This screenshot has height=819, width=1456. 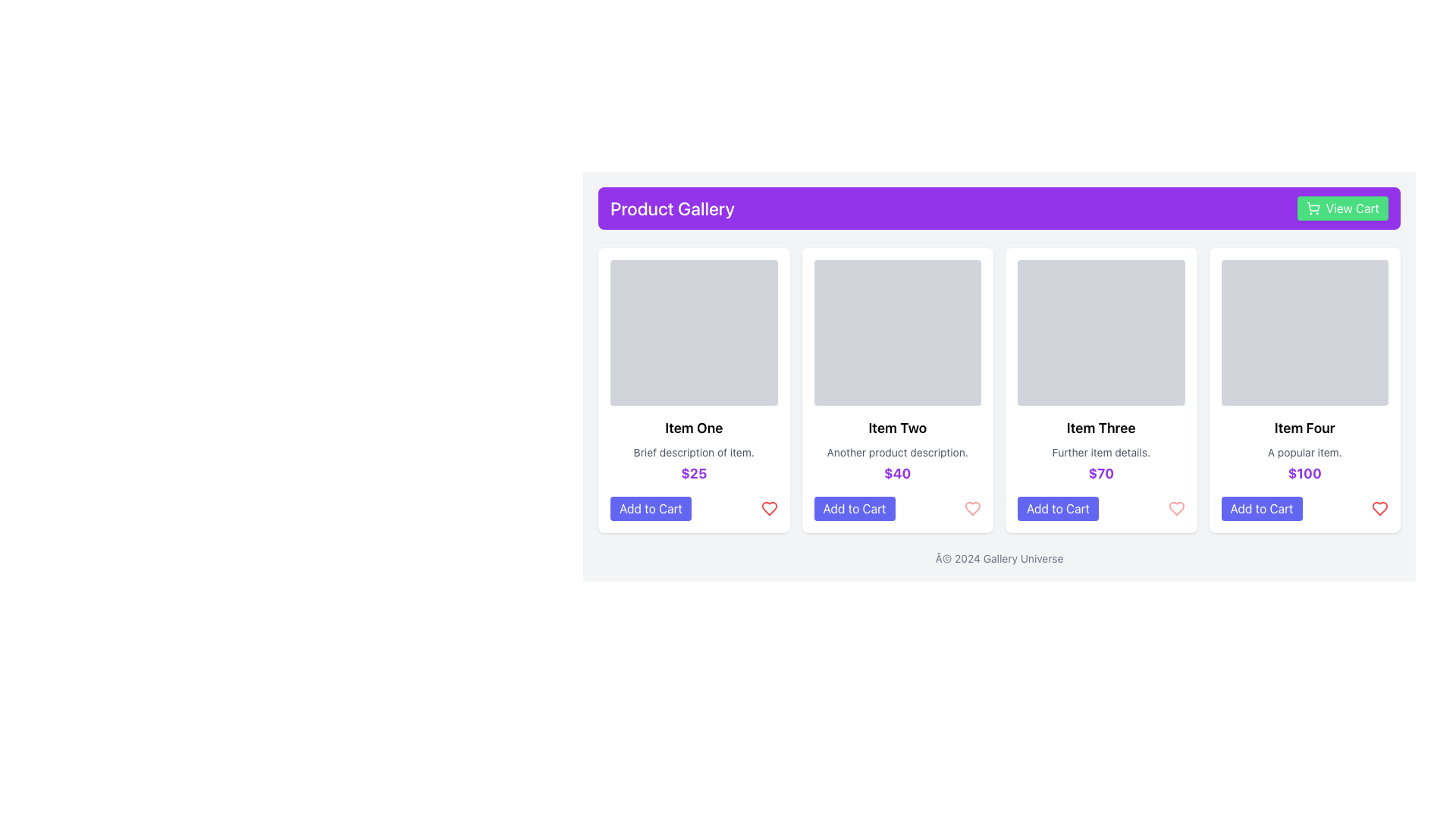 What do you see at coordinates (693, 472) in the screenshot?
I see `the price text label for 'Item One' in the first column of the product gallery, located below the brief description and above the 'Add to Cart' button` at bounding box center [693, 472].